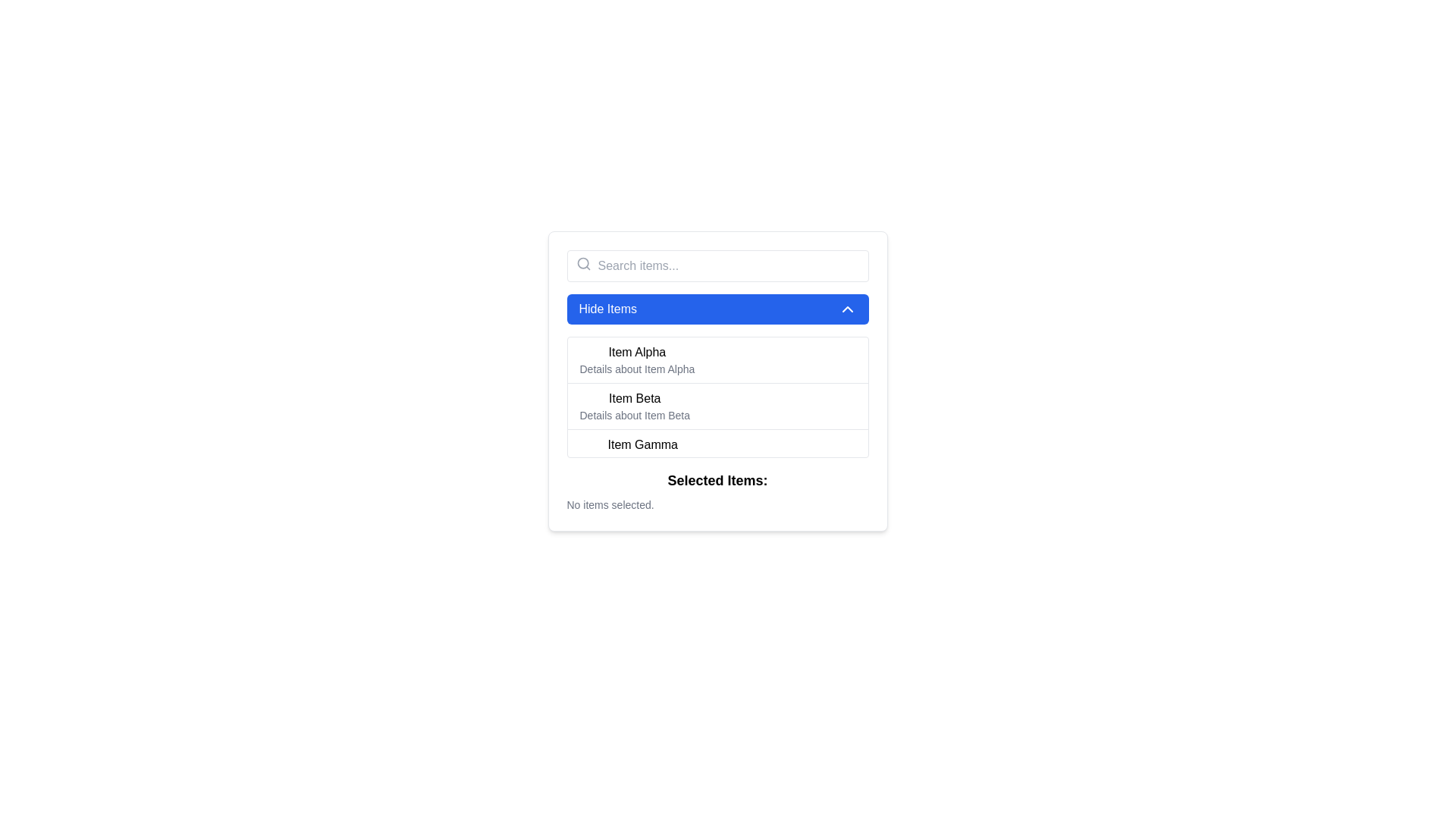 This screenshot has height=819, width=1456. I want to click on the search icon located to the left of the search input field, which signifies a search action, so click(582, 262).